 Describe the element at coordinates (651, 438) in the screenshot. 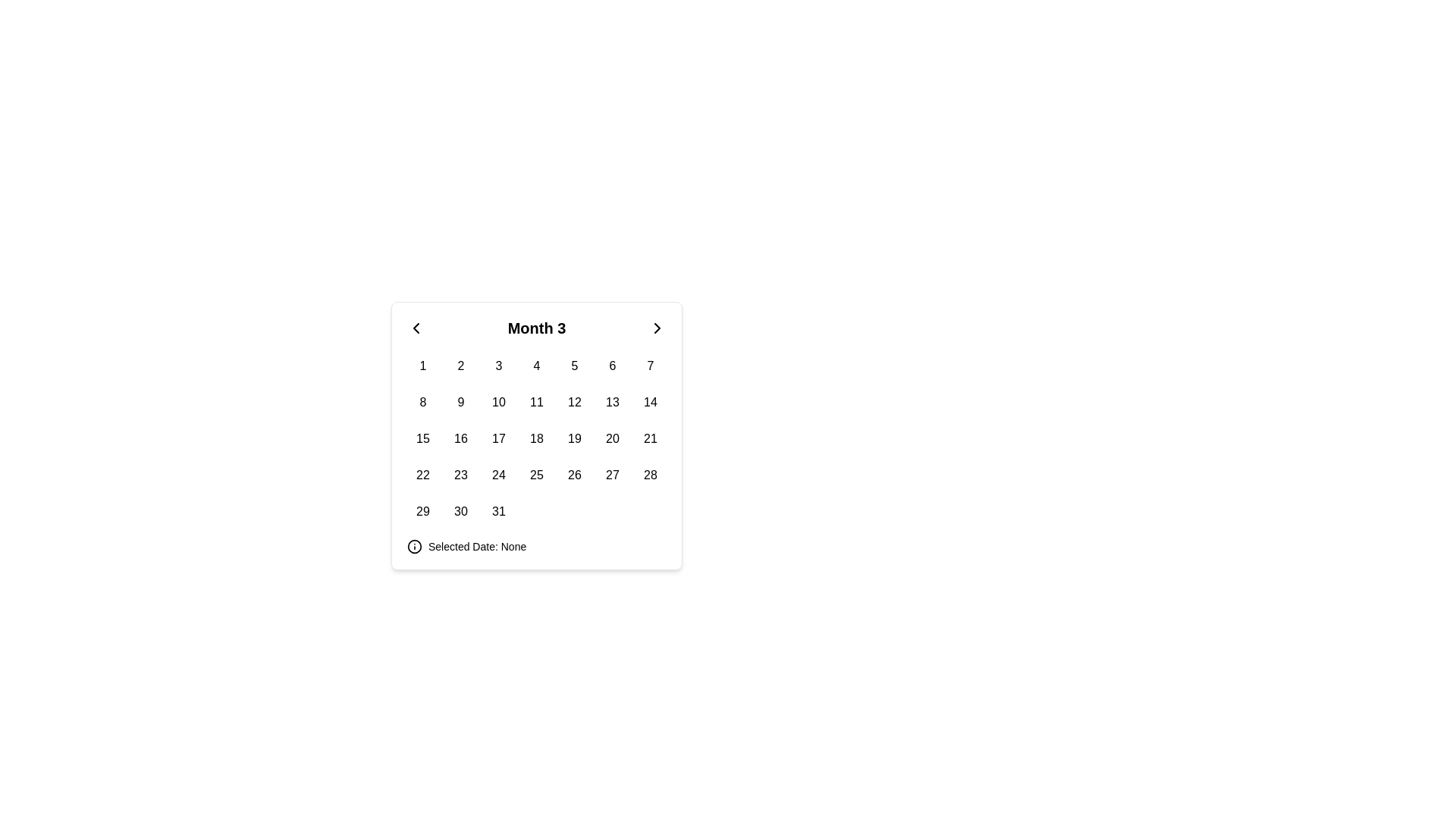

I see `the numeric button displaying '21' located in the third row, seventh column of the calendar grid` at that location.